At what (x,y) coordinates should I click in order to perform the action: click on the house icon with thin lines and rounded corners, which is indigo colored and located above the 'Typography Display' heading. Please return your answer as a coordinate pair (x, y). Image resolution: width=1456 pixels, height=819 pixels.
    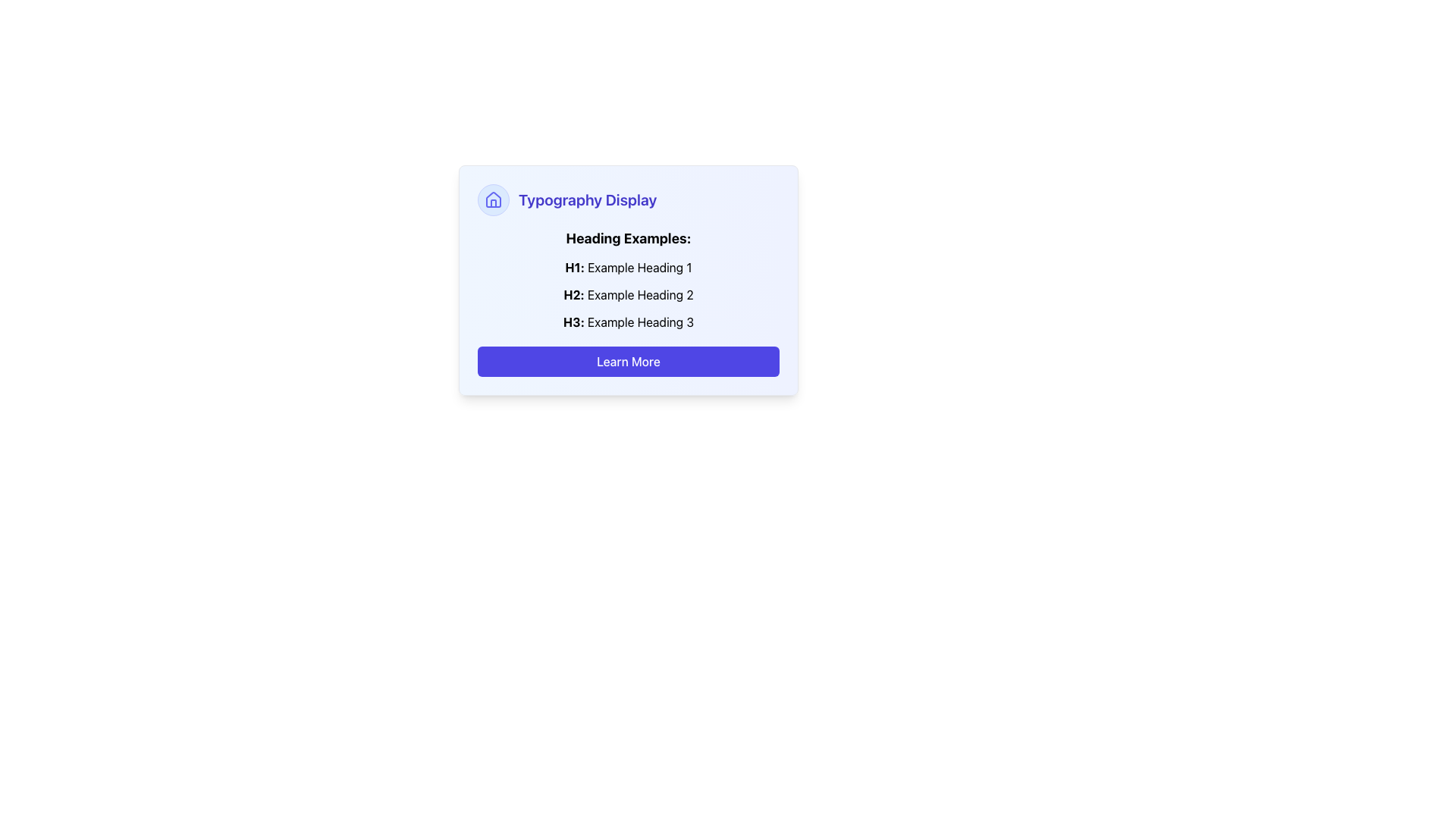
    Looking at the image, I should click on (494, 199).